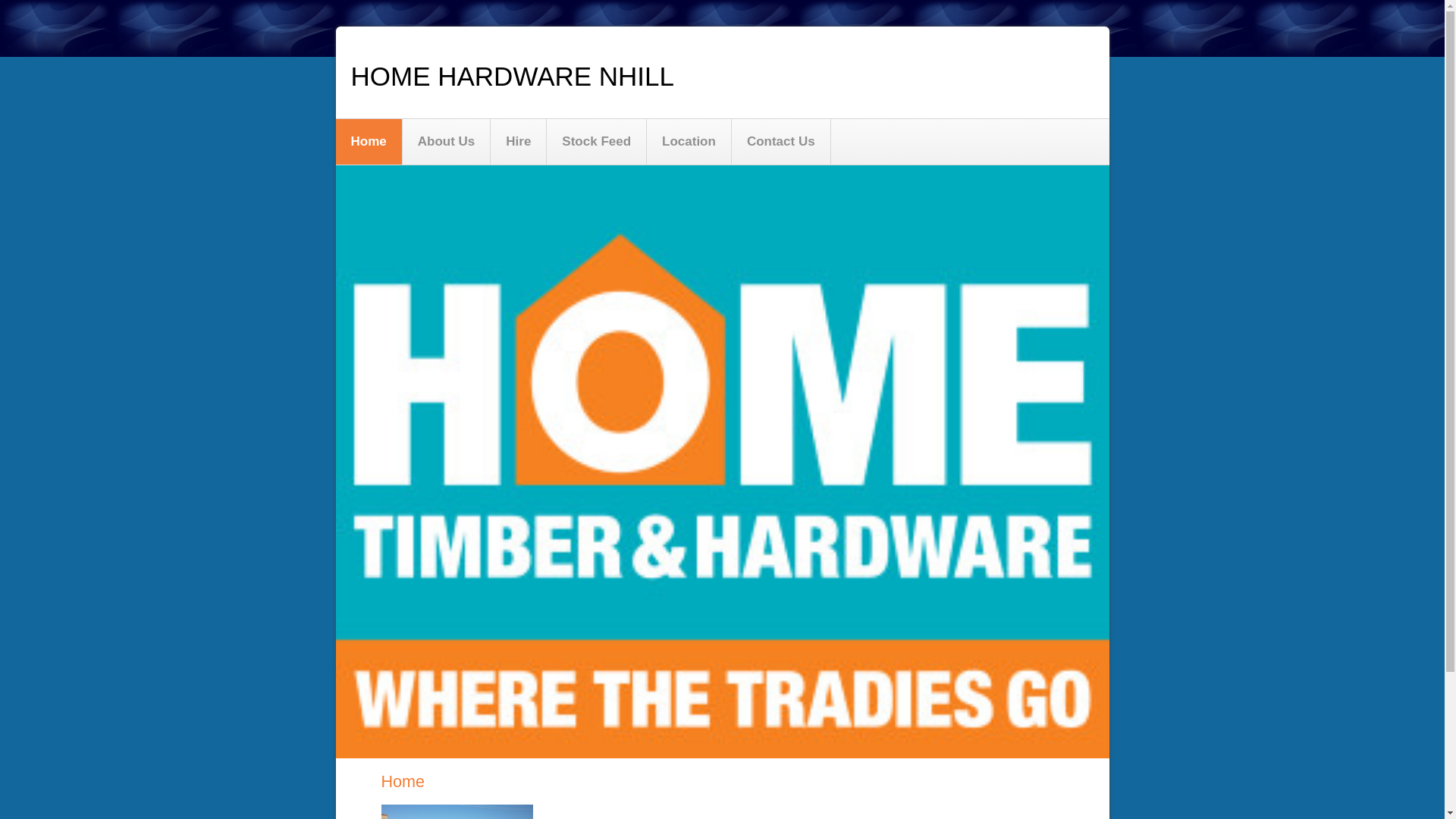 This screenshot has height=819, width=1456. What do you see at coordinates (519, 141) in the screenshot?
I see `'Hire'` at bounding box center [519, 141].